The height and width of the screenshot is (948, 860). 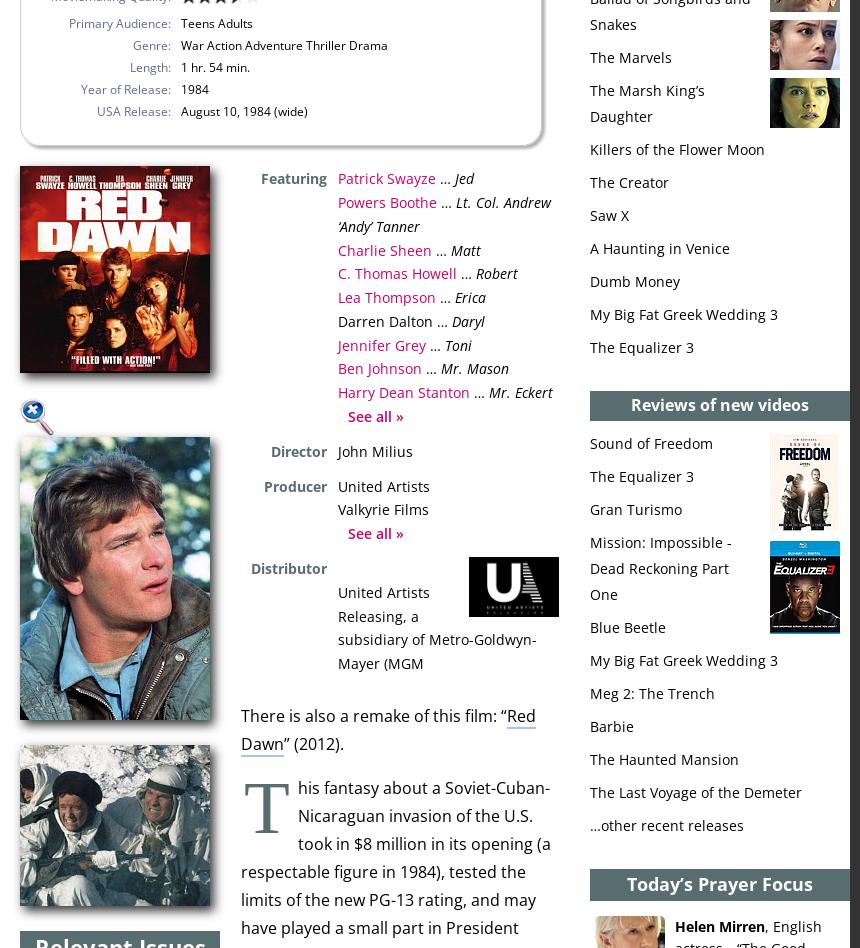 I want to click on 'Robert', so click(x=476, y=273).